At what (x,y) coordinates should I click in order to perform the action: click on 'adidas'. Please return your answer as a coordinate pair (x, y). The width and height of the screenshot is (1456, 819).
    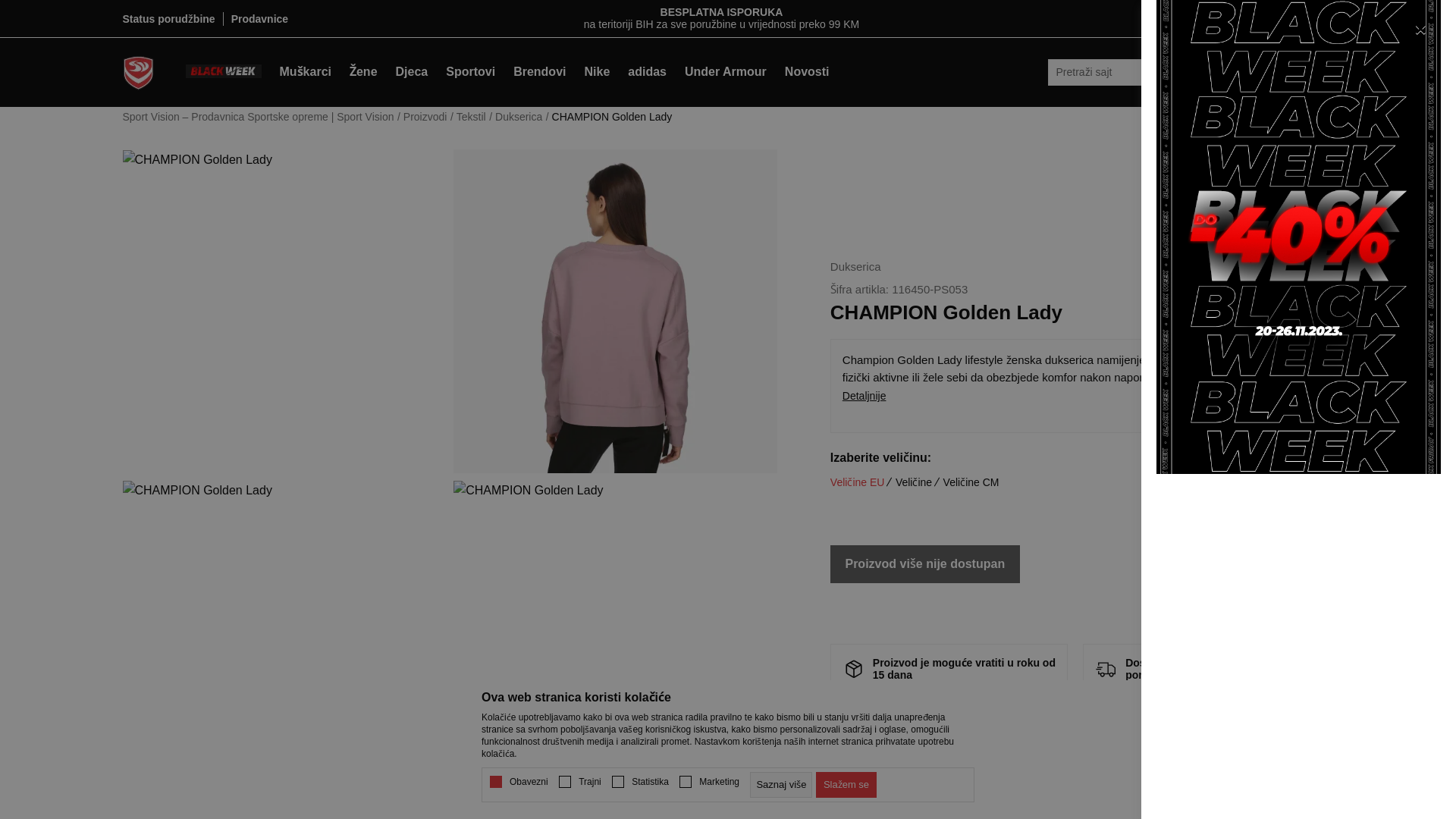
    Looking at the image, I should click on (647, 72).